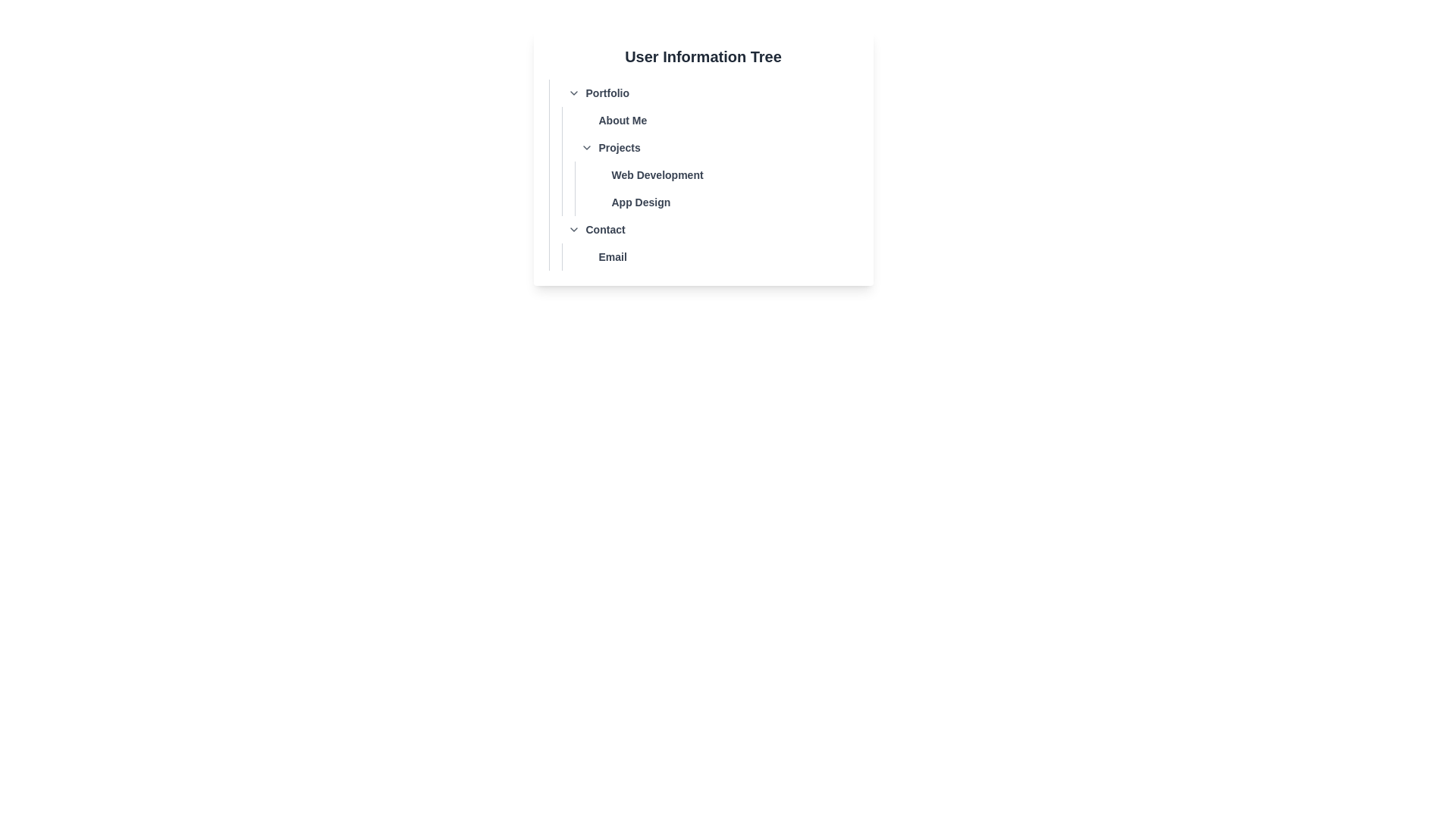 This screenshot has height=819, width=1456. I want to click on the 'Portfolio' menu item located within the collapsible menu under 'User Information Tree', which is aligned to the right of the downward chevron icon, so click(607, 93).